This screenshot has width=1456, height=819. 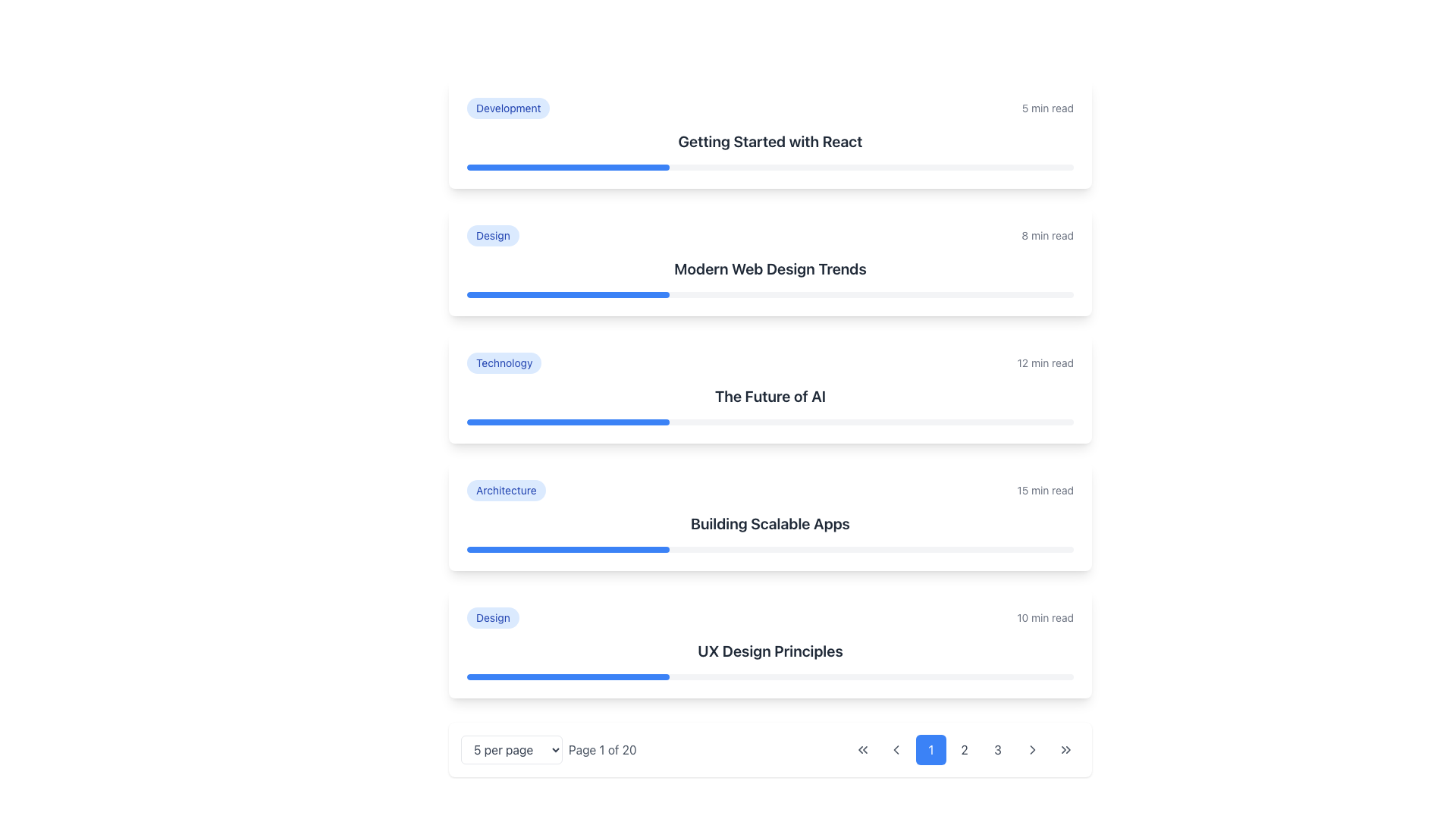 What do you see at coordinates (1032, 748) in the screenshot?
I see `the next page button, which is represented by a right-pointing arrow icon with a minimalist design, located at the lower-right corner of the interface` at bounding box center [1032, 748].